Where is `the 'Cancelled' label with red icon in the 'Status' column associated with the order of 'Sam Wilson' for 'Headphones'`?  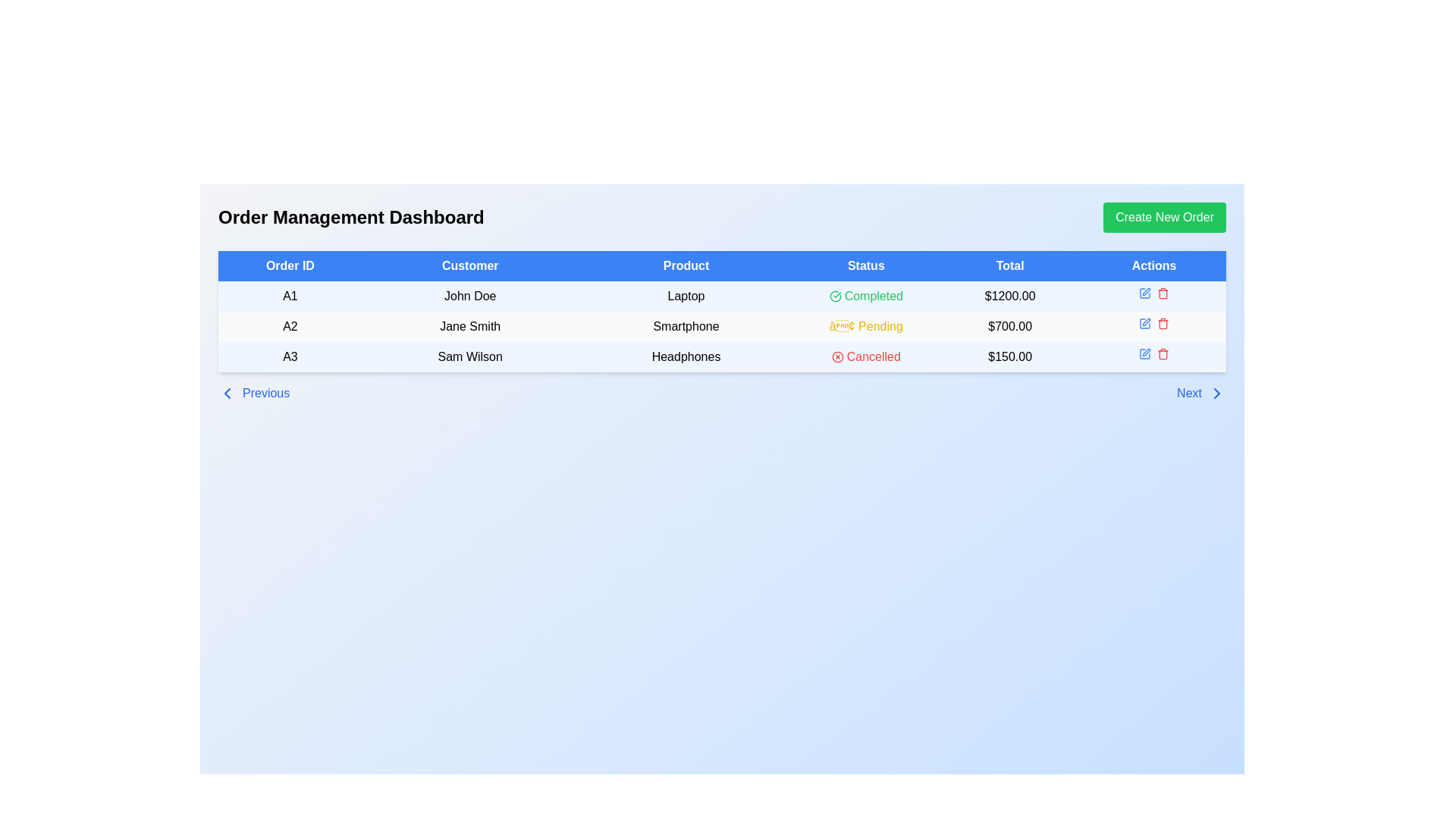
the 'Cancelled' label with red icon in the 'Status' column associated with the order of 'Sam Wilson' for 'Headphones' is located at coordinates (866, 356).